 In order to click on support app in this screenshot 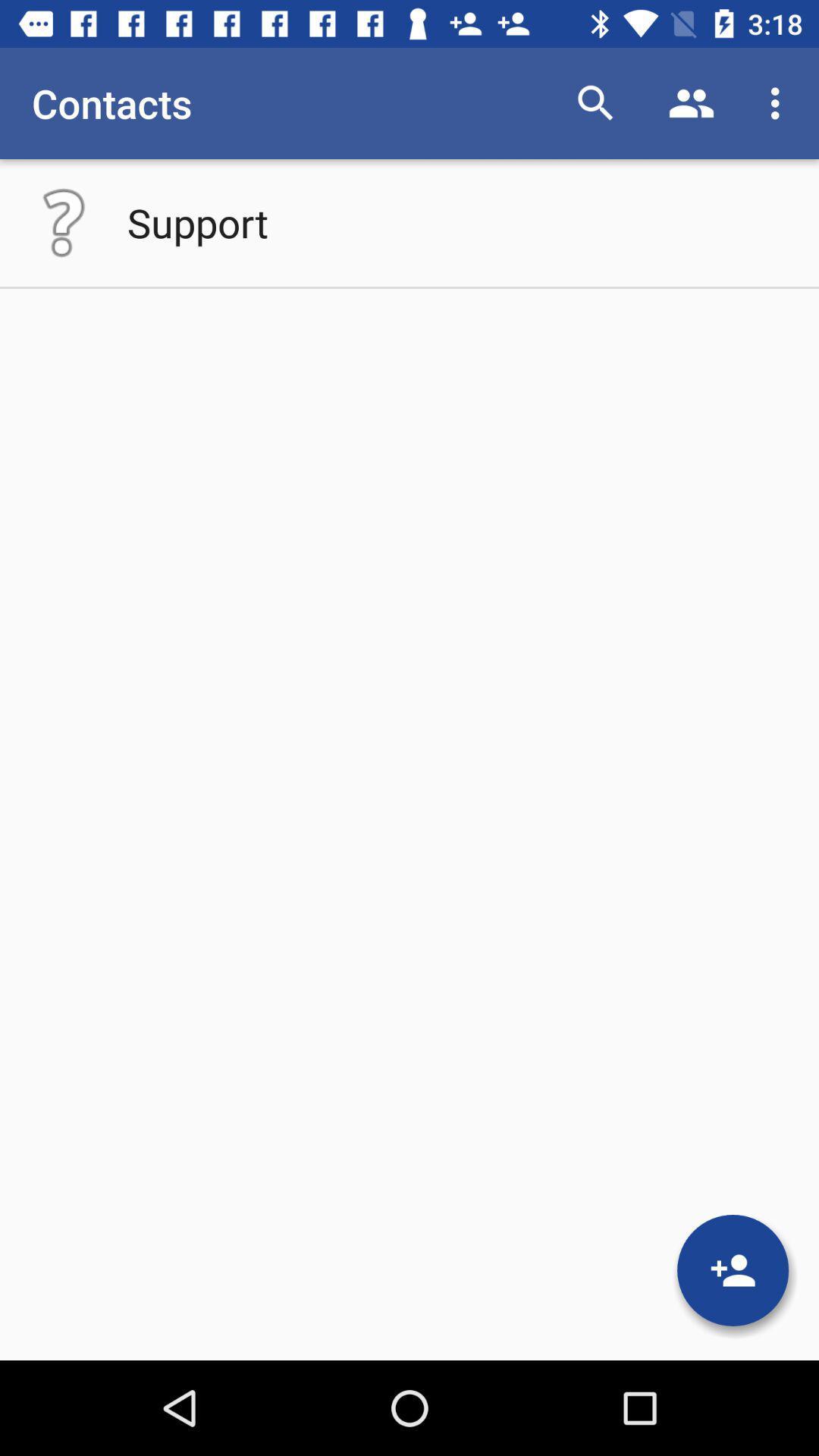, I will do `click(197, 221)`.